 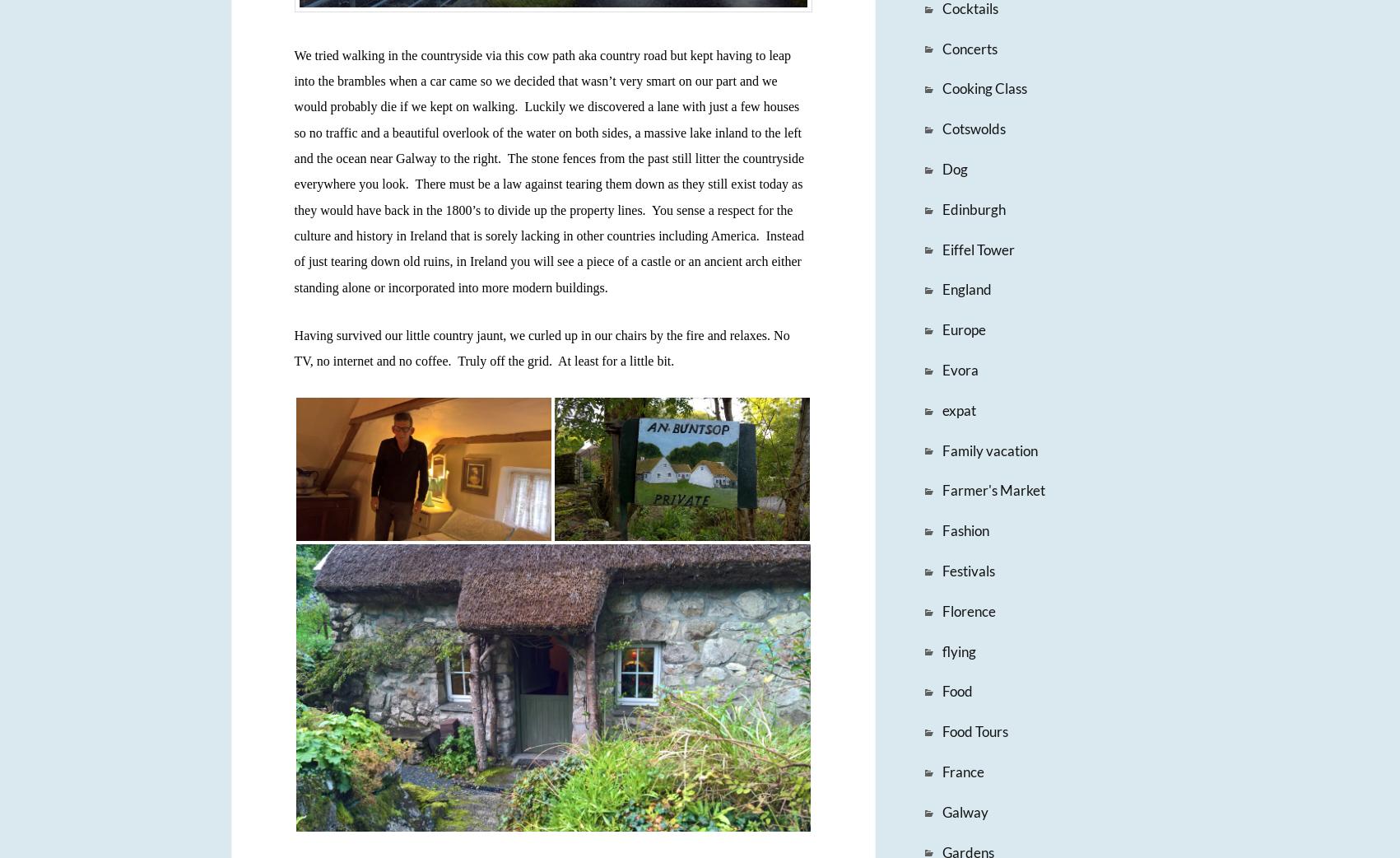 What do you see at coordinates (964, 530) in the screenshot?
I see `'Fashion'` at bounding box center [964, 530].